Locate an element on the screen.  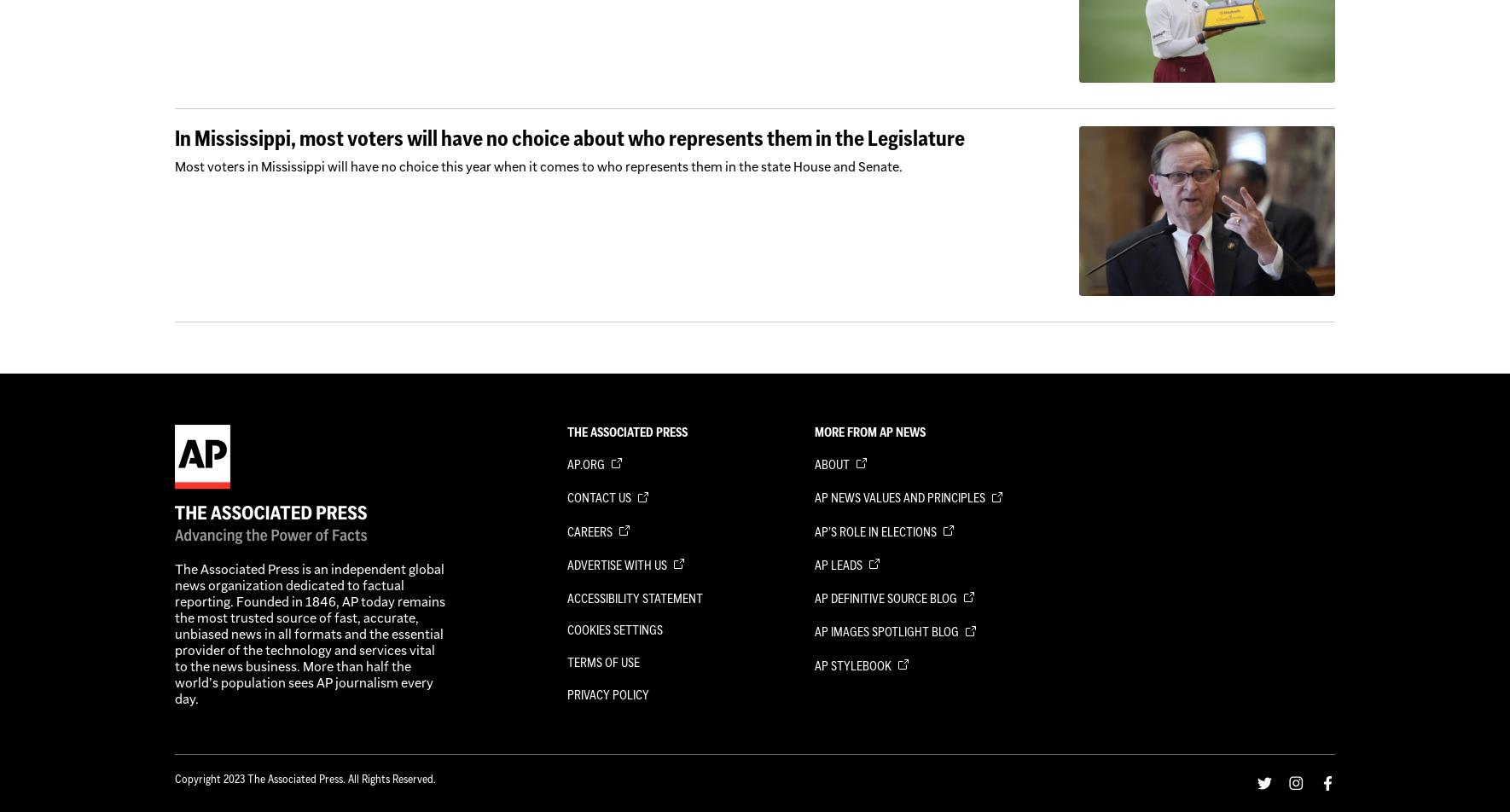
'Cookies Settings' is located at coordinates (613, 630).